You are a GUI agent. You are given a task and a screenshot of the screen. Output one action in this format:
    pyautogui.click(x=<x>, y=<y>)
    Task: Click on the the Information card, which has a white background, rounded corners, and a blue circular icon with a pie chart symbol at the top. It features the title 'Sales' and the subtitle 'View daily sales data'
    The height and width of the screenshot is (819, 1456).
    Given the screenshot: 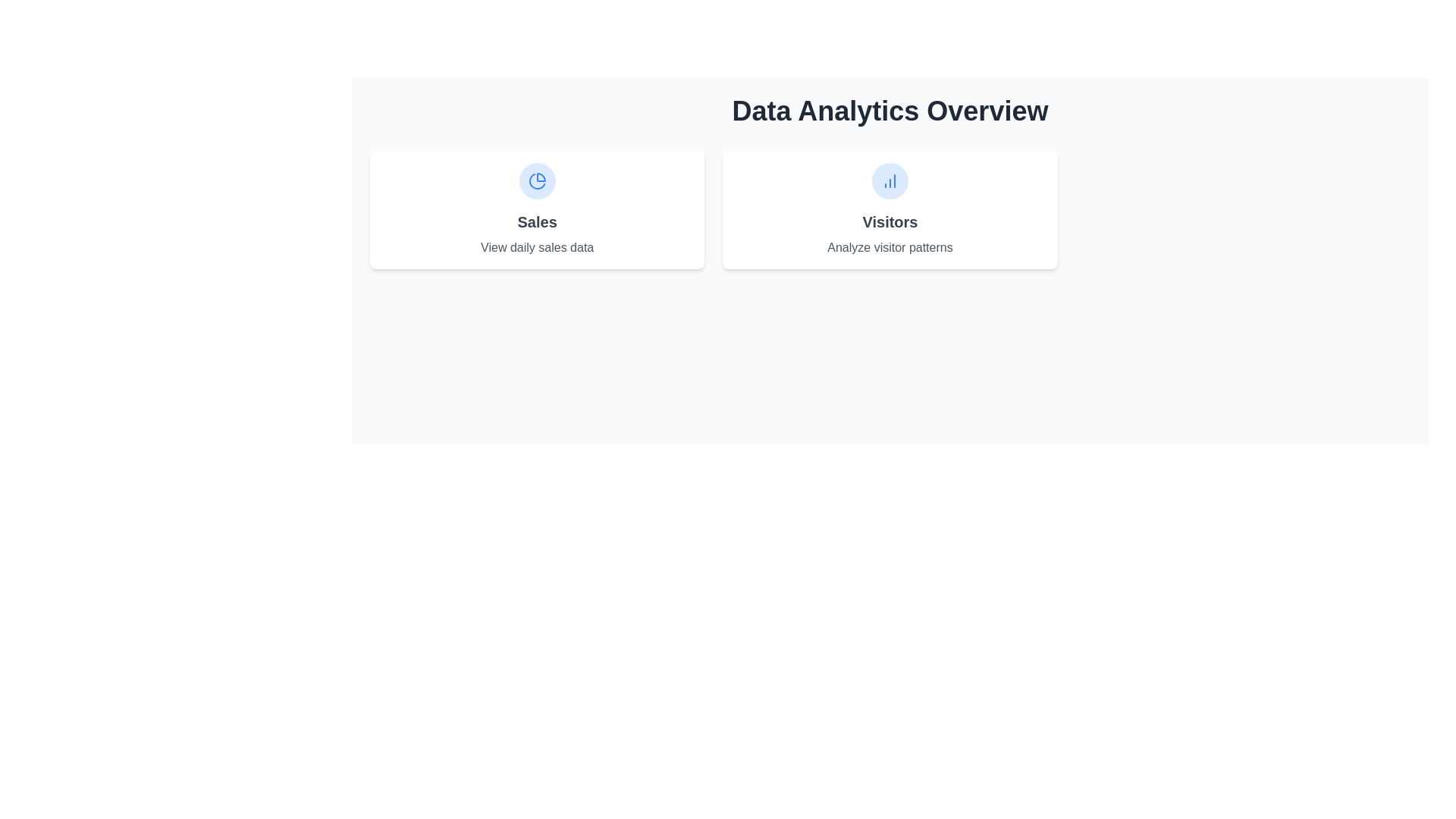 What is the action you would take?
    pyautogui.click(x=537, y=210)
    